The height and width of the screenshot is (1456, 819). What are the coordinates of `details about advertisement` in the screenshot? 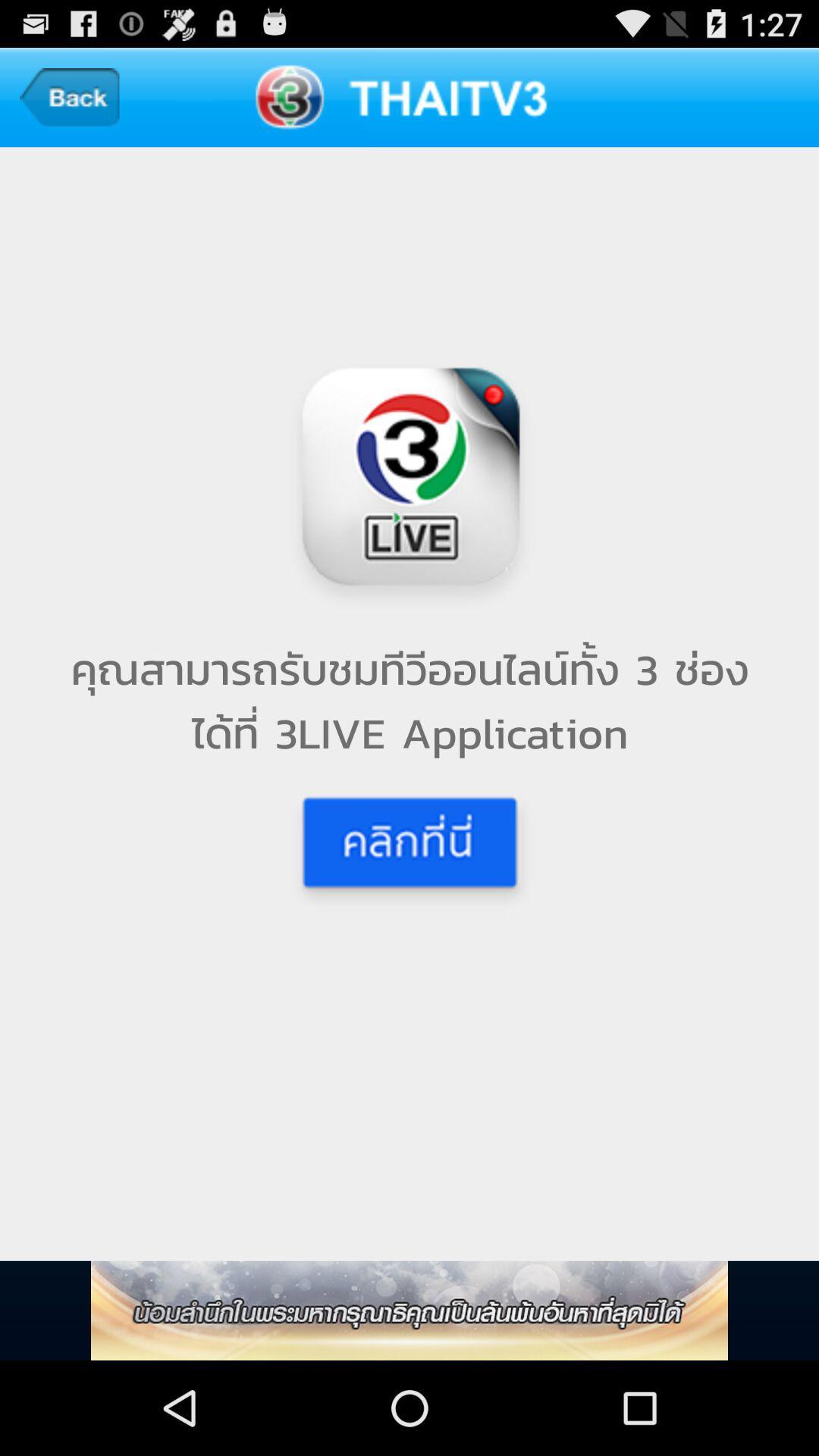 It's located at (409, 1310).